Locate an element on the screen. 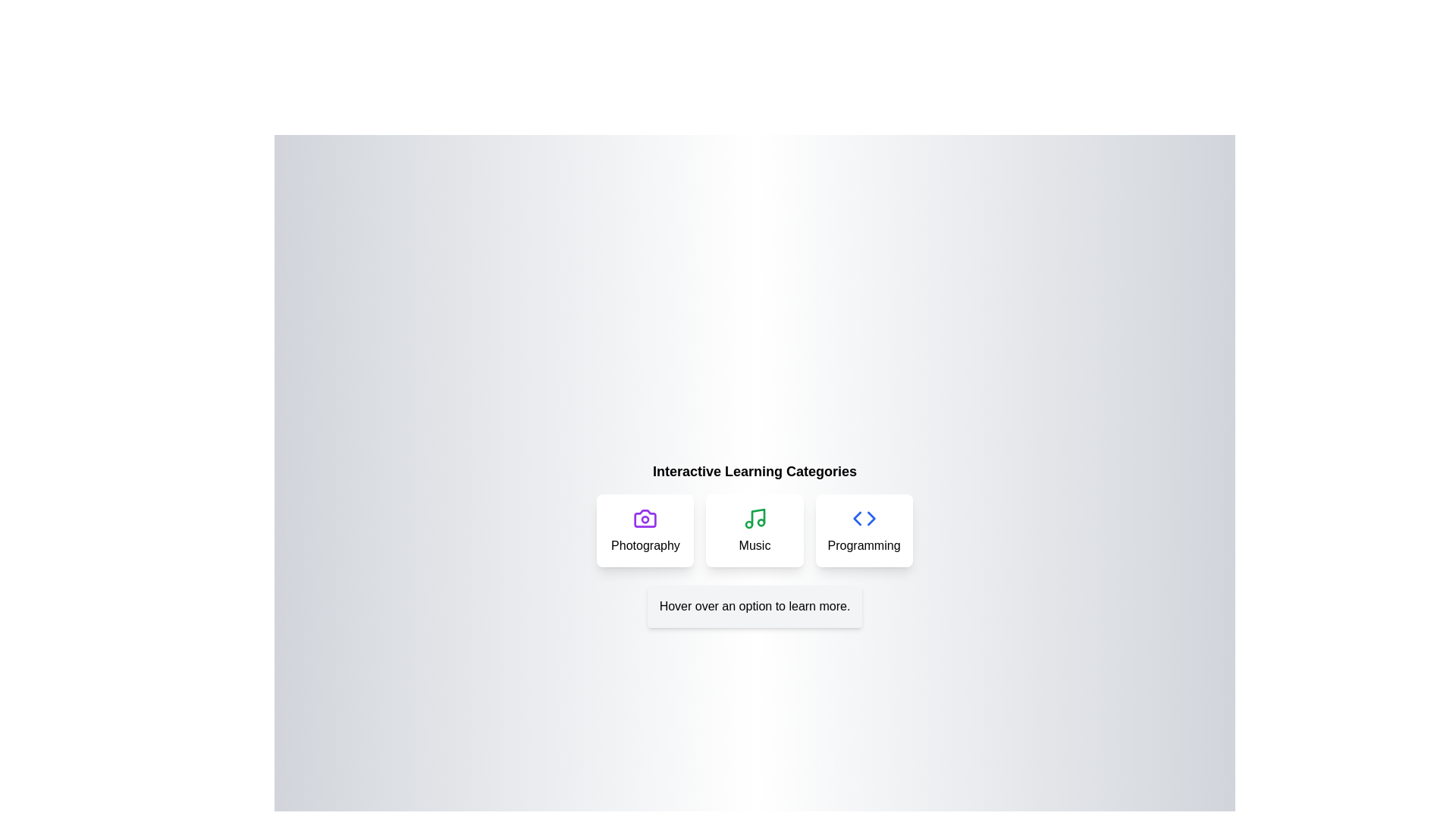  the vertical line element of the musical note icon located to the left of the 'Music' text to interact with it is located at coordinates (758, 516).